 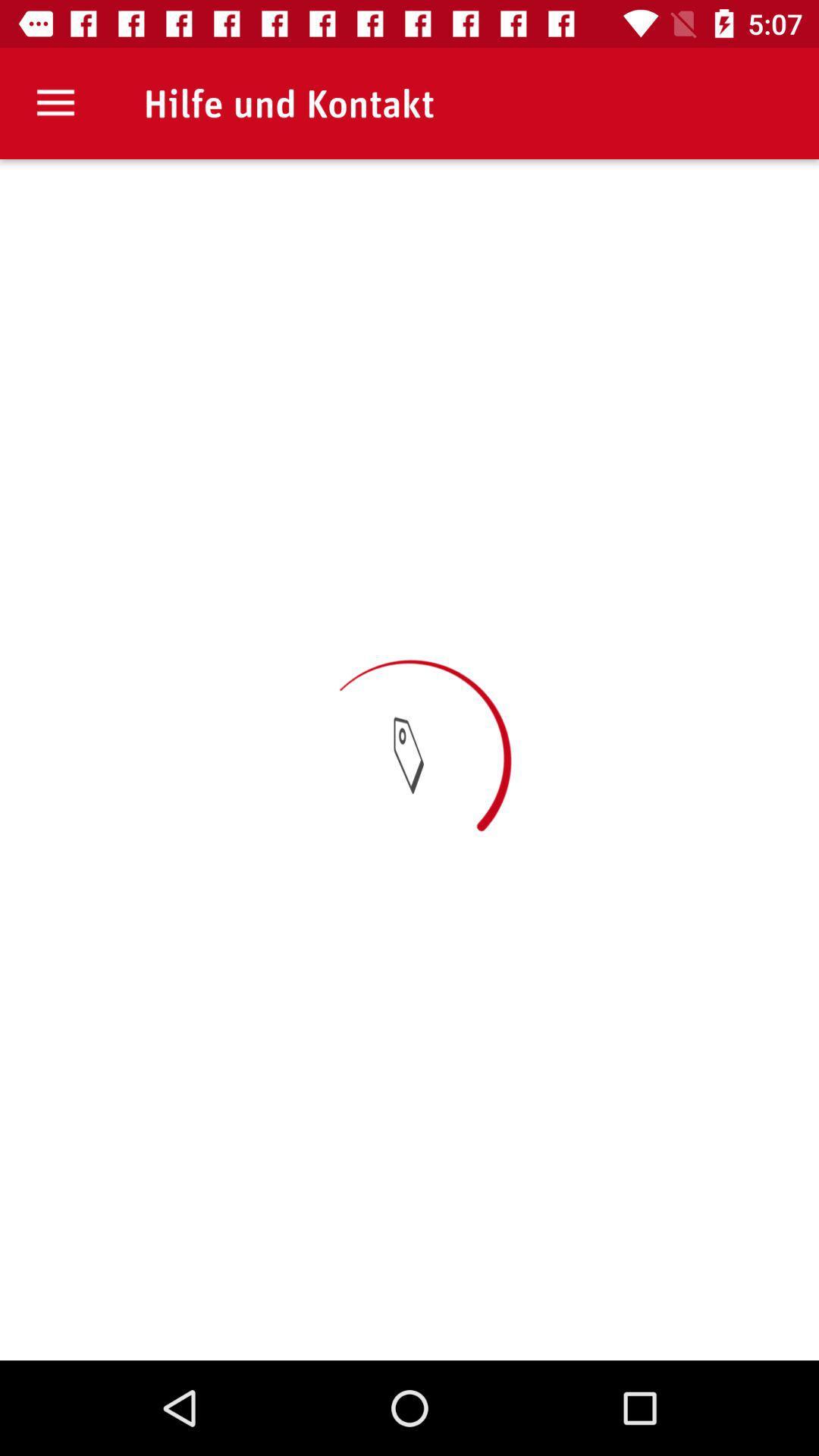 I want to click on the hilfe und kontakt item, so click(x=289, y=102).